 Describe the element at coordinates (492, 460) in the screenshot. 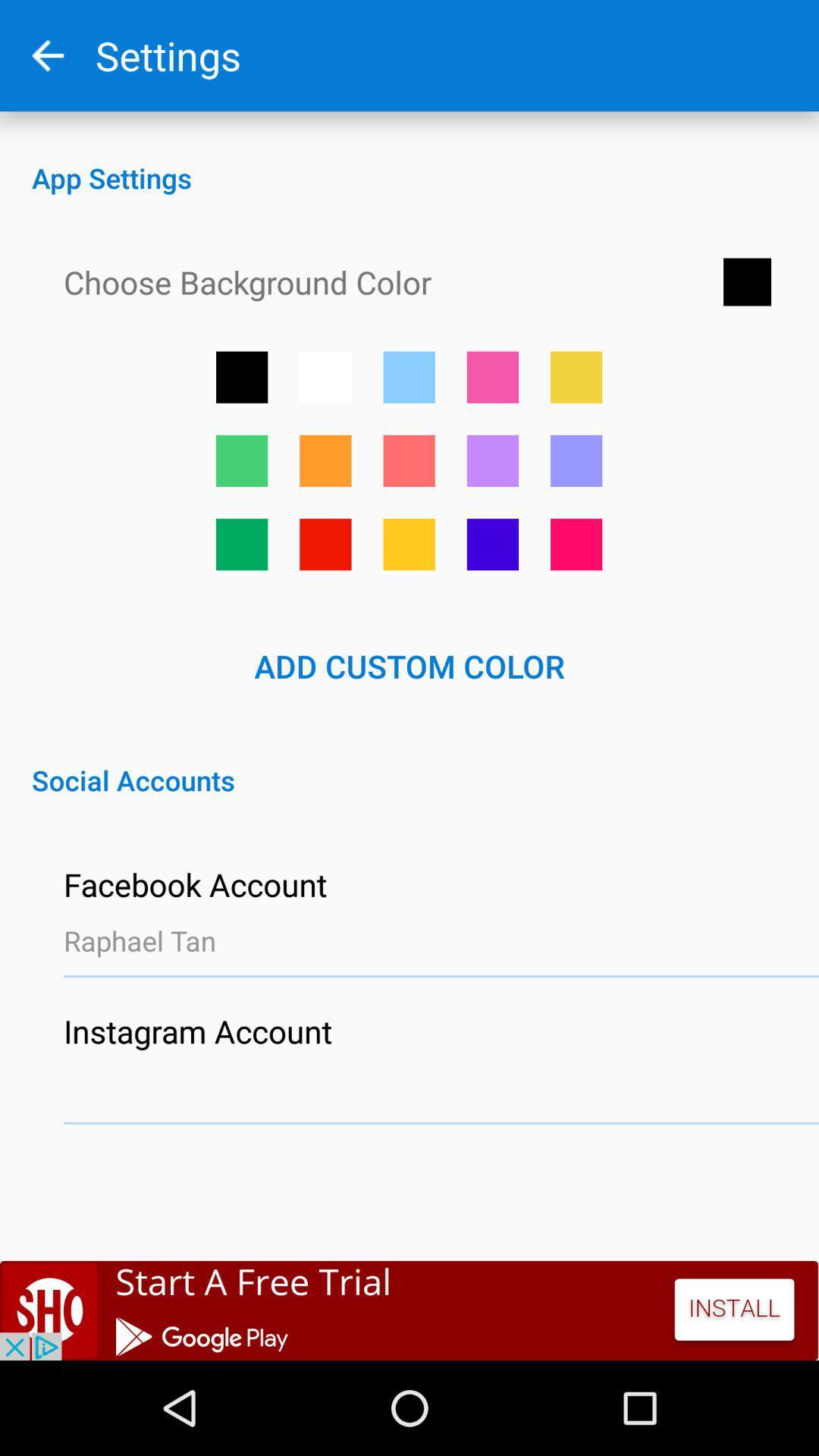

I see `color palette` at that location.